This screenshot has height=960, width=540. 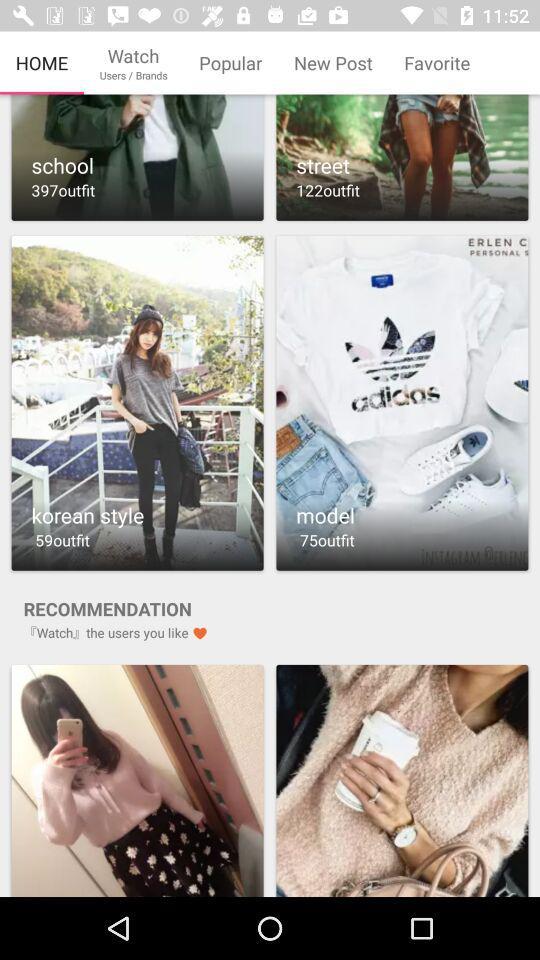 I want to click on the image representing model 75outfit, so click(x=402, y=402).